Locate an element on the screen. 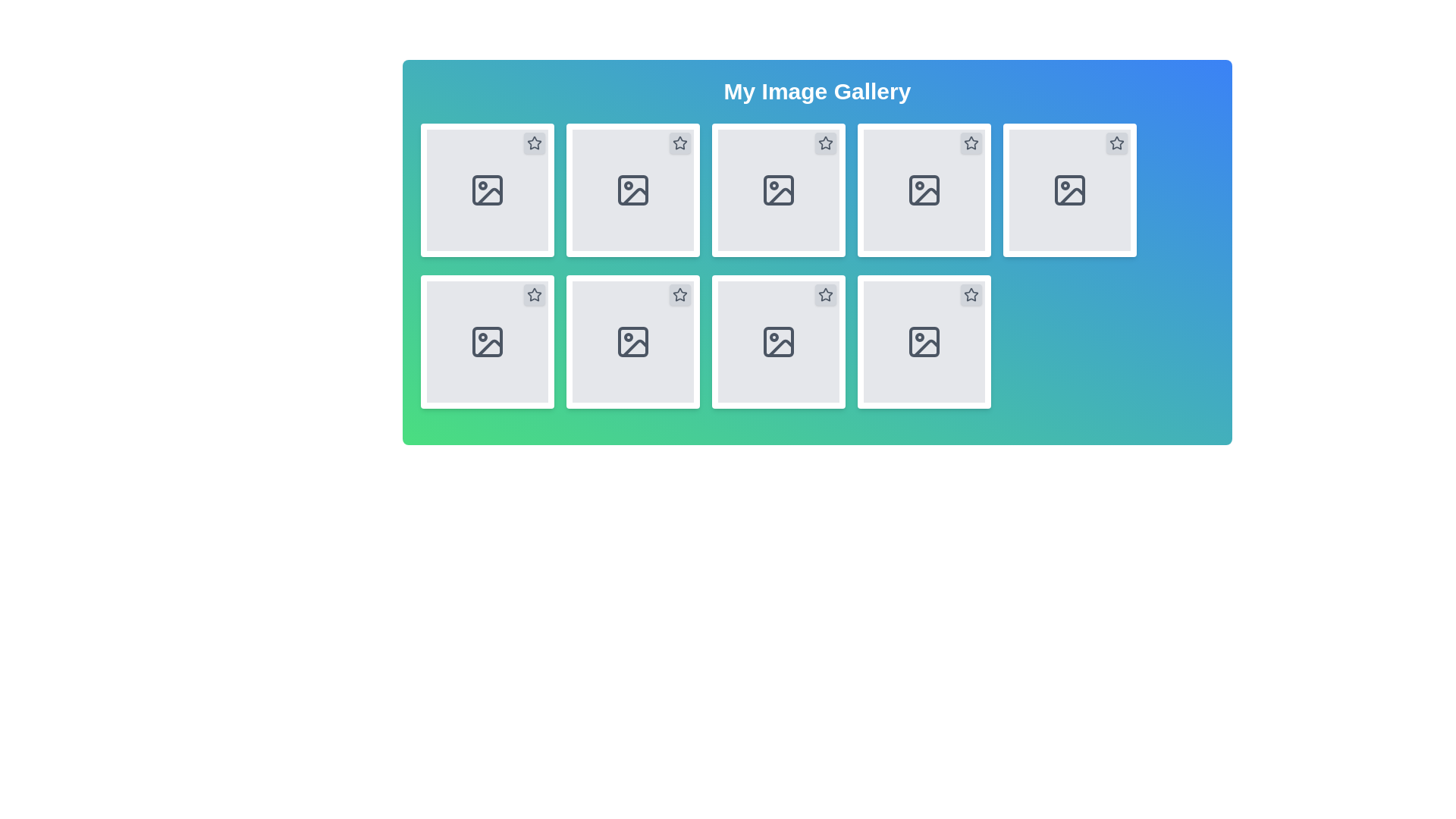 This screenshot has height=819, width=1456. the interactive image card with a visual icon and a favorite action button located in the second row and third column of the grid in 'My Image Gallery' is located at coordinates (779, 189).